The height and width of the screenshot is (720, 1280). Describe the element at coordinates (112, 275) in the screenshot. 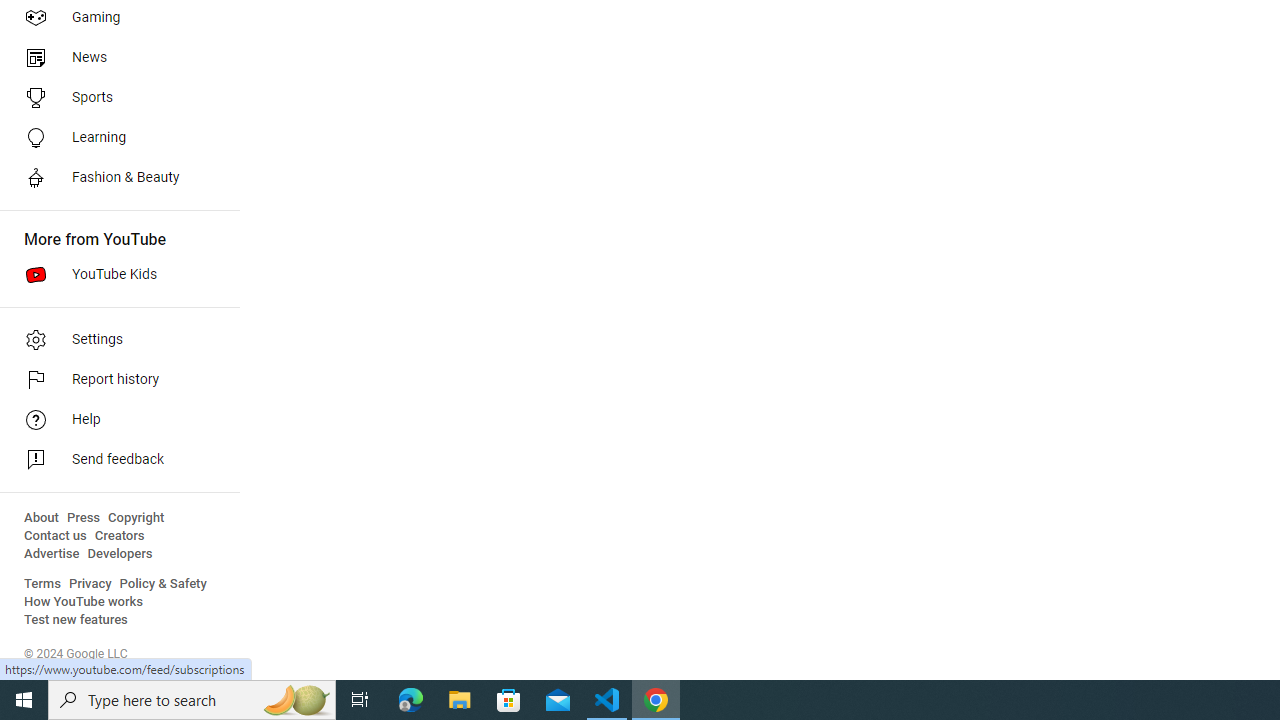

I see `'YouTube Kids'` at that location.